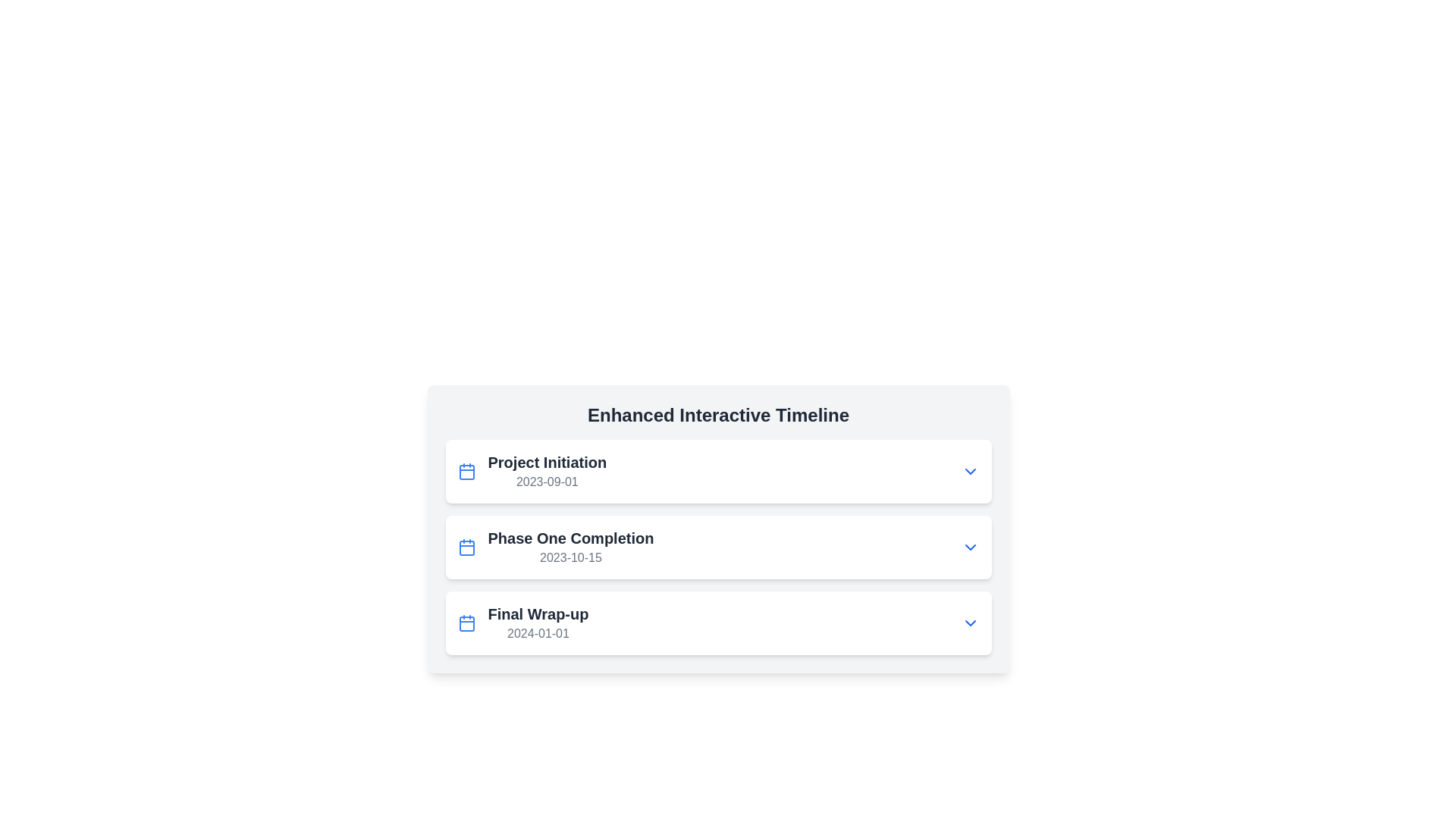  Describe the element at coordinates (466, 623) in the screenshot. I see `the third calendar icon with a light blue outline and white fill` at that location.